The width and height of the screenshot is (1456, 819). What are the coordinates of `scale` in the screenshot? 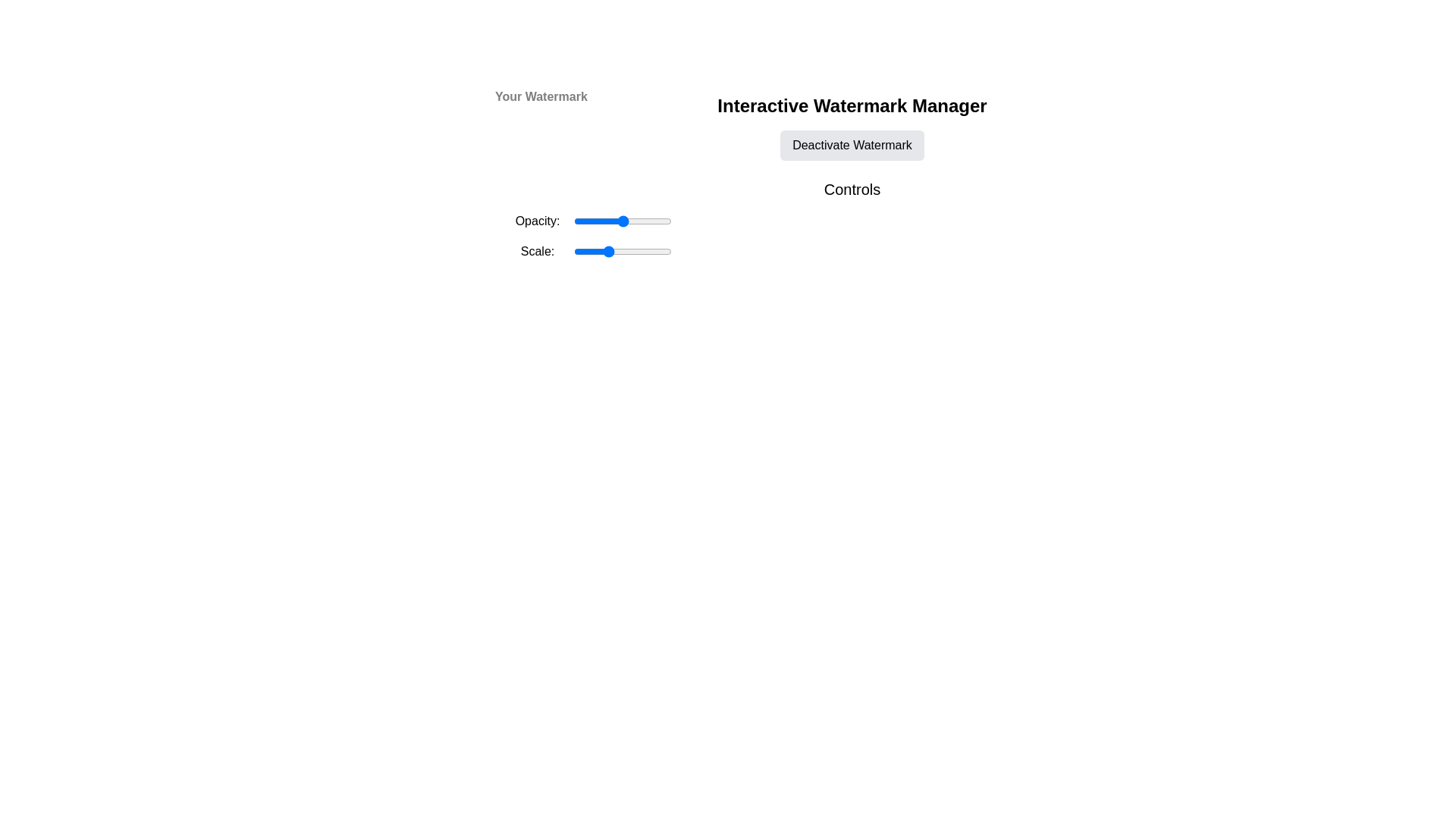 It's located at (541, 250).